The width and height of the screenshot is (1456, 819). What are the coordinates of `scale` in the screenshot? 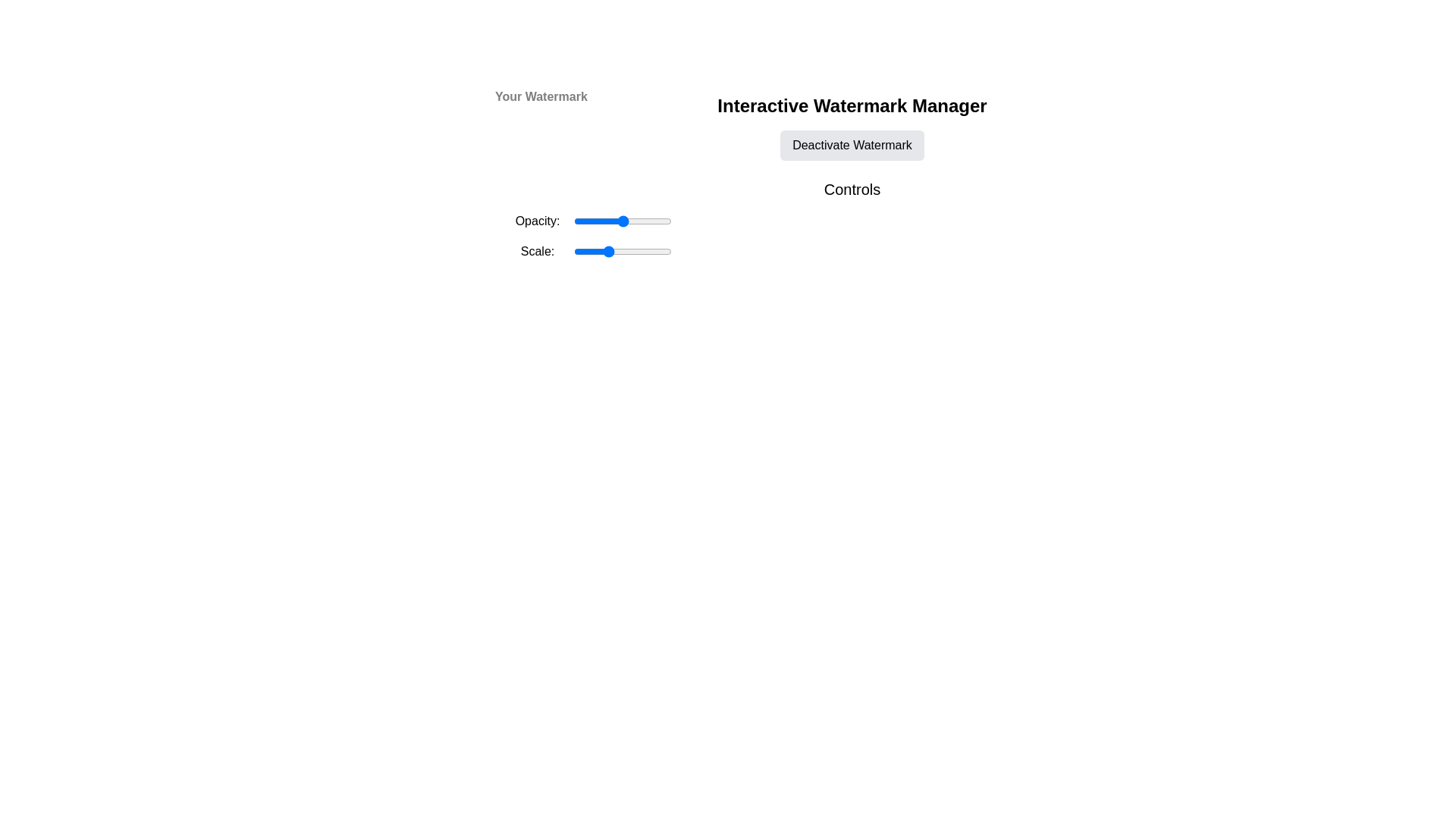 It's located at (541, 250).